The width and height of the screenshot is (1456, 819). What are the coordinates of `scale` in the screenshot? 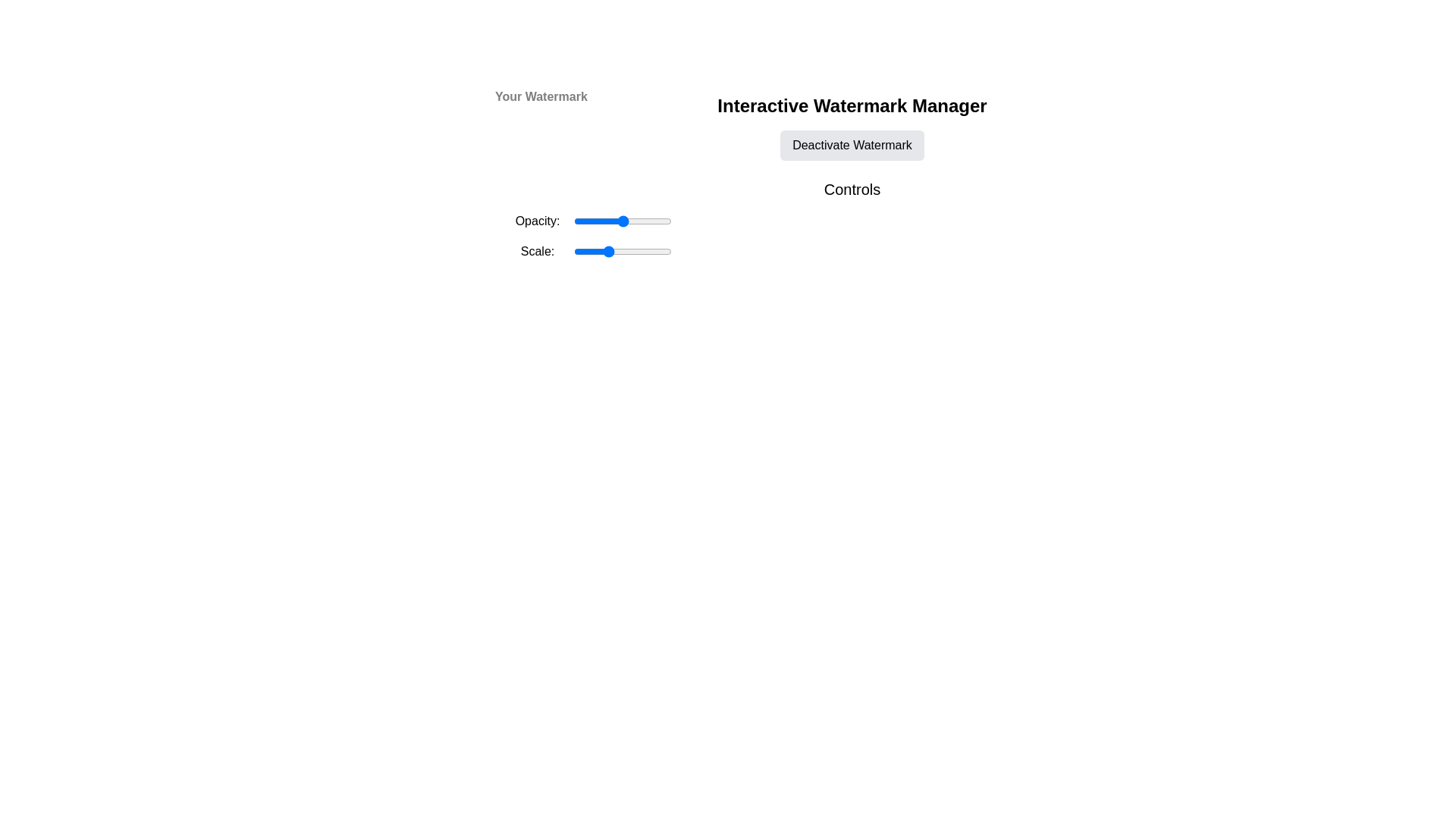 It's located at (541, 250).